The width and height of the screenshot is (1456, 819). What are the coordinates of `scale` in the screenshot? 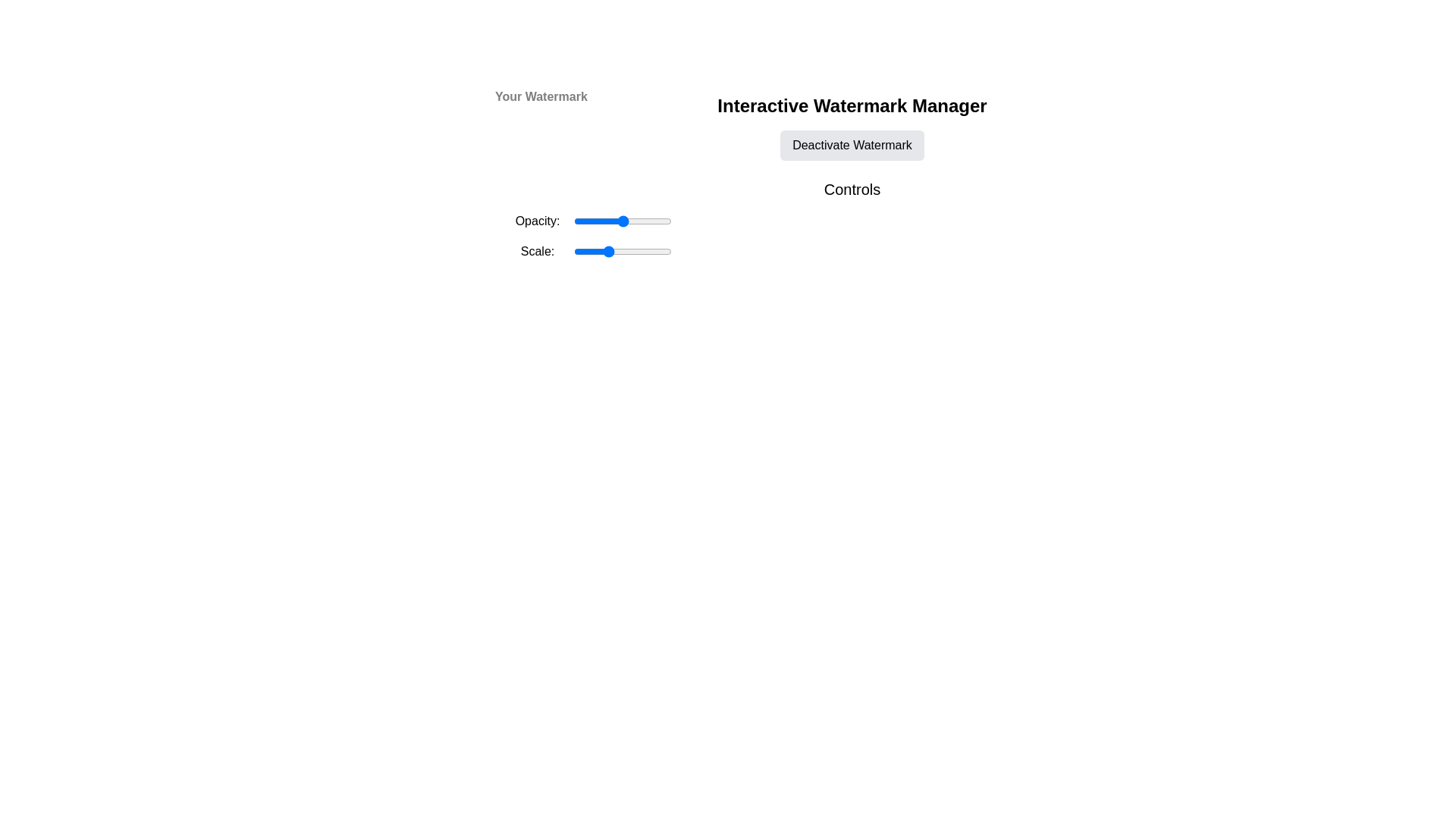 It's located at (541, 250).